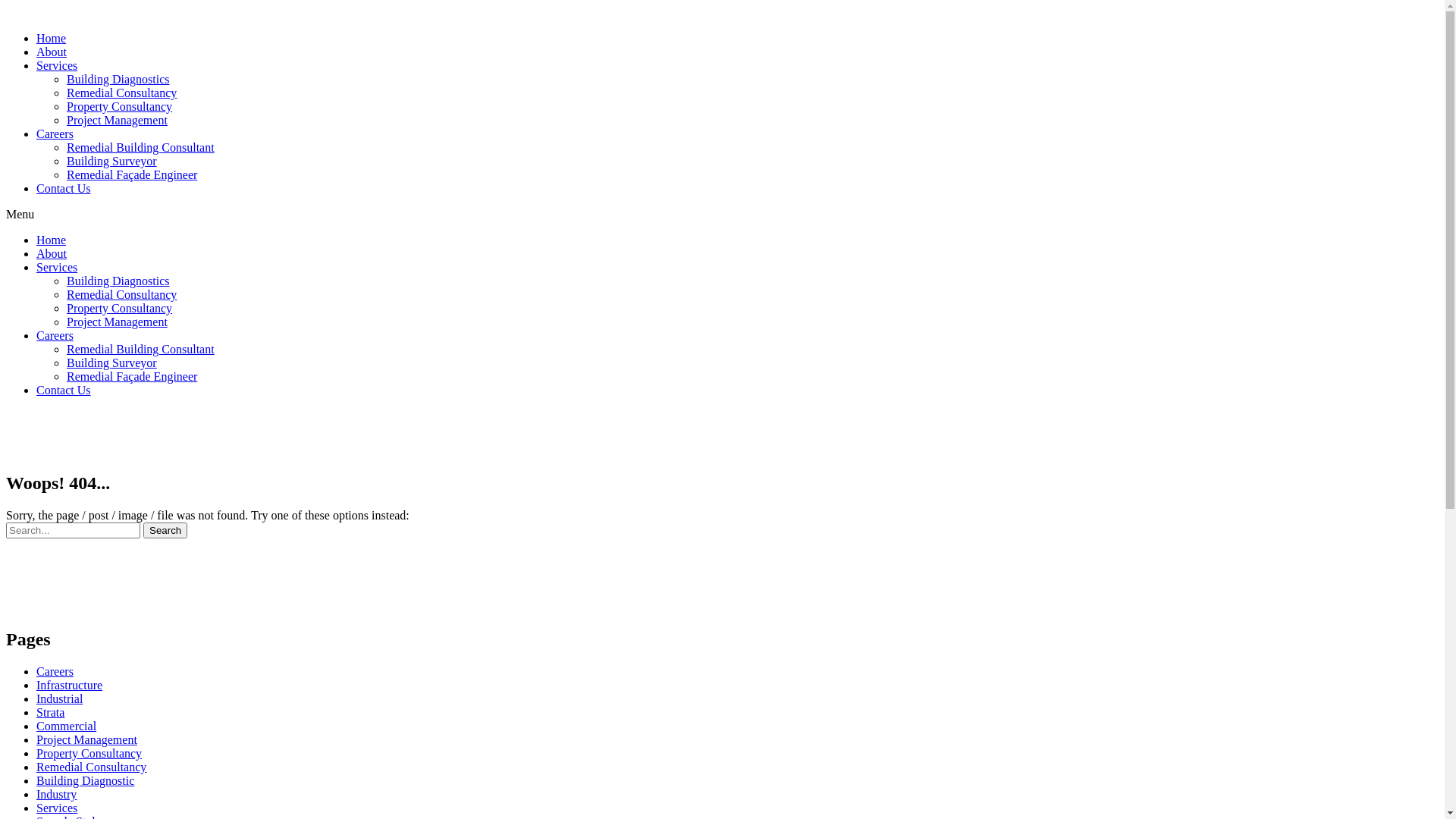 Image resolution: width=1456 pixels, height=819 pixels. I want to click on 'Remedial Consultancy', so click(90, 767).